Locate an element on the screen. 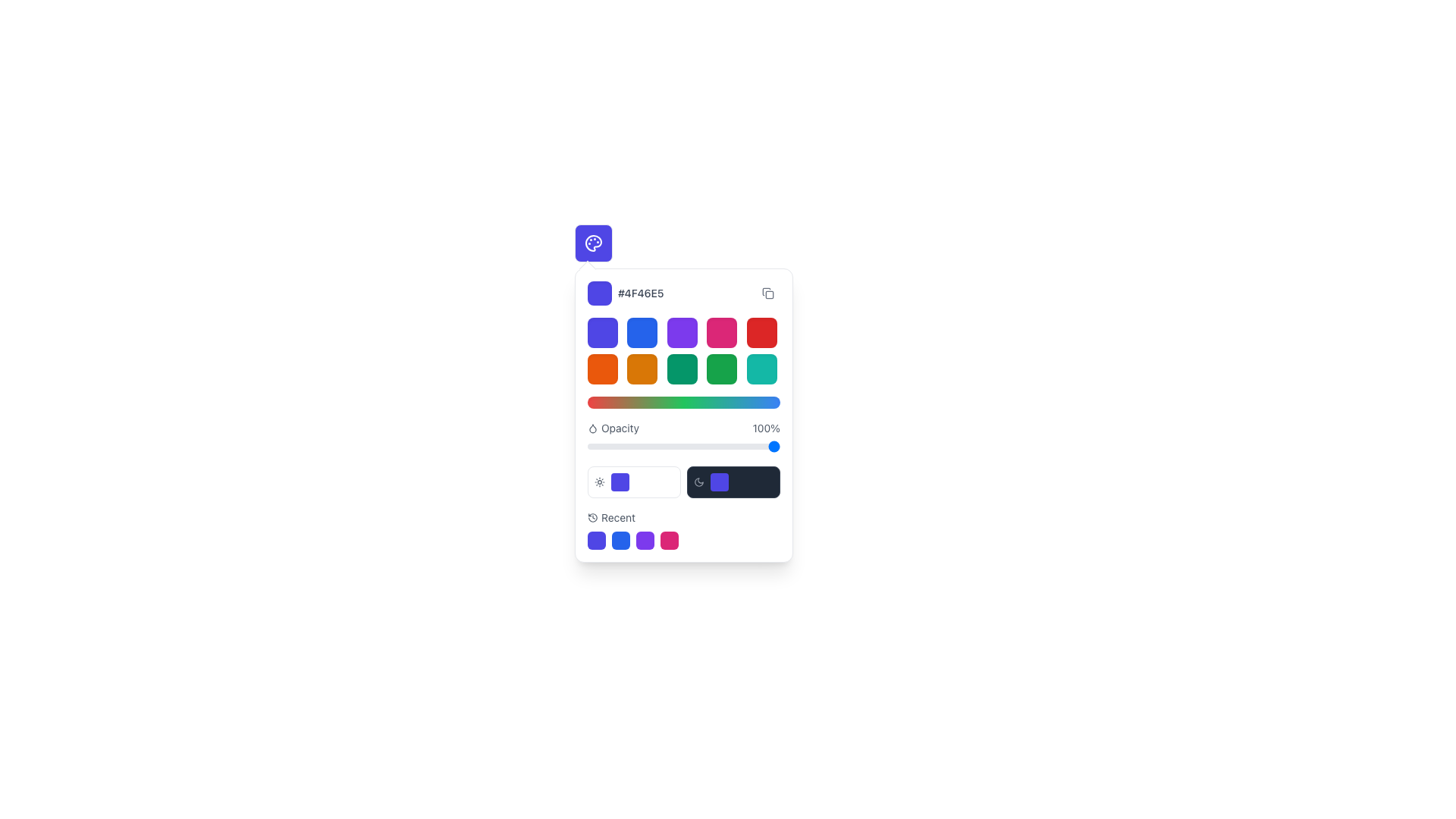  the teal square button with rounded corners located in the second row and fifth column of the grid layout is located at coordinates (761, 369).